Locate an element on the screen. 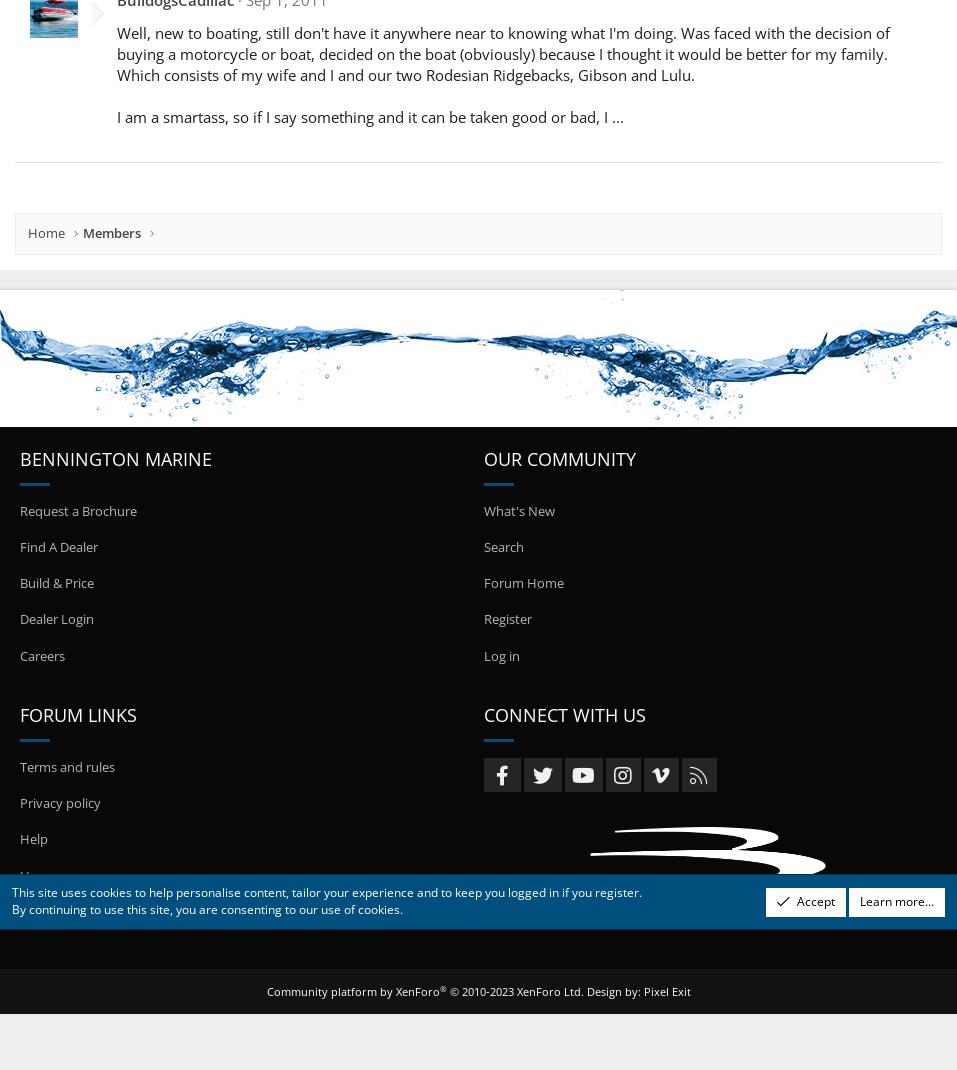 This screenshot has width=957, height=1070. 'Learn more…' is located at coordinates (896, 899).